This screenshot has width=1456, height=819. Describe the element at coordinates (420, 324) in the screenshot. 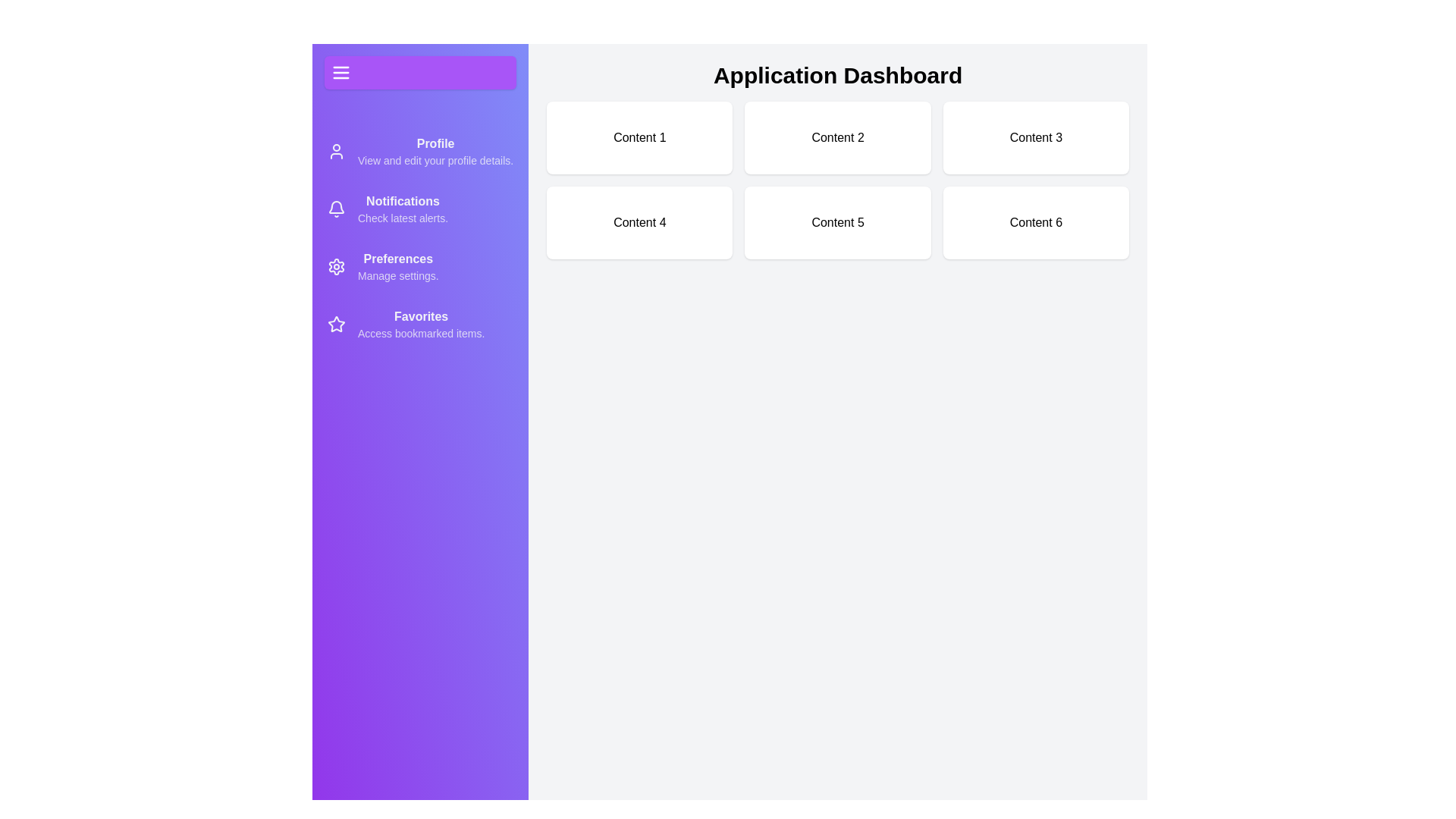

I see `the menu item Favorites to view its hover effect` at that location.